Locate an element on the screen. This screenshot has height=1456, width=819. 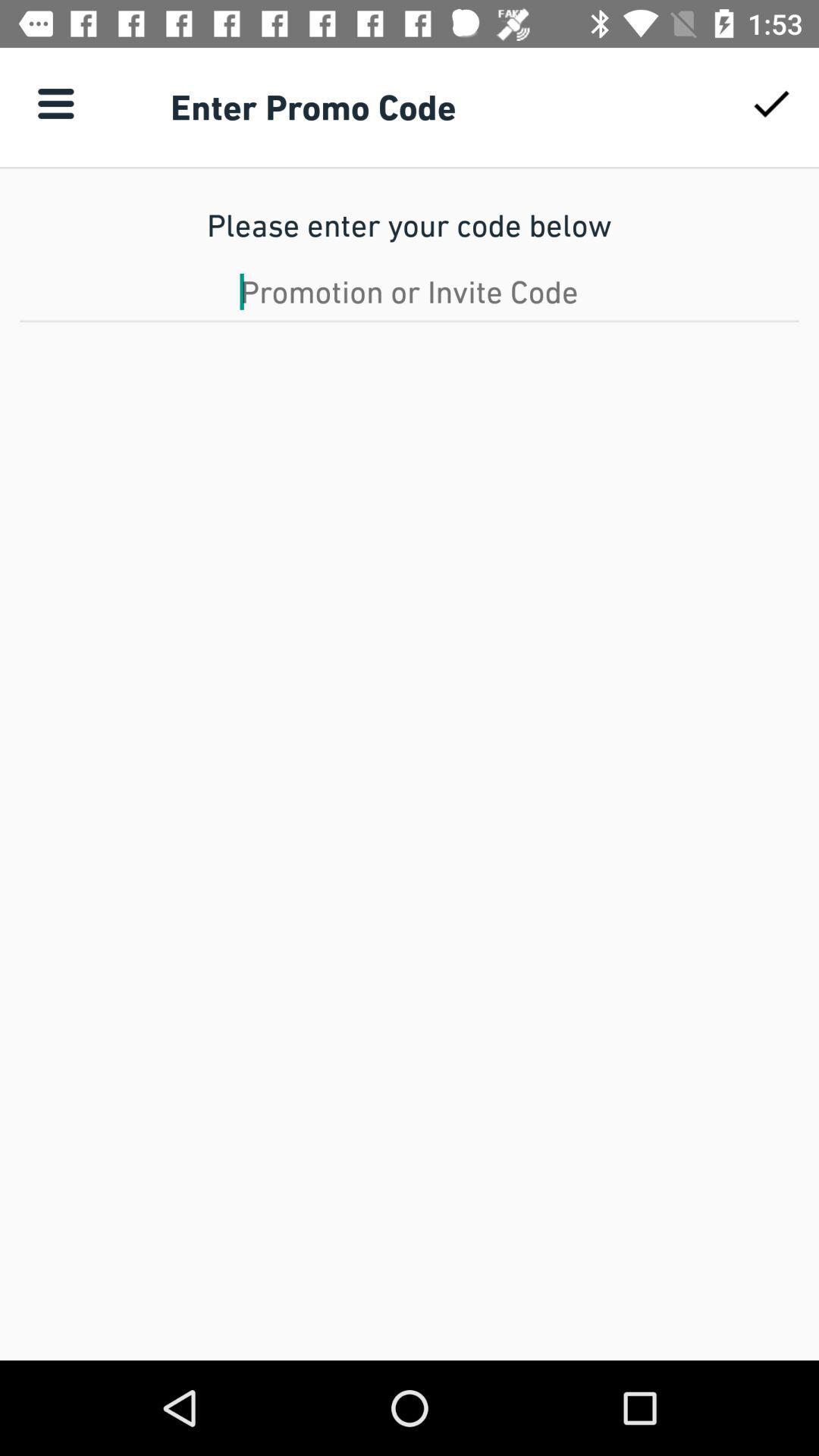
code is located at coordinates (409, 291).